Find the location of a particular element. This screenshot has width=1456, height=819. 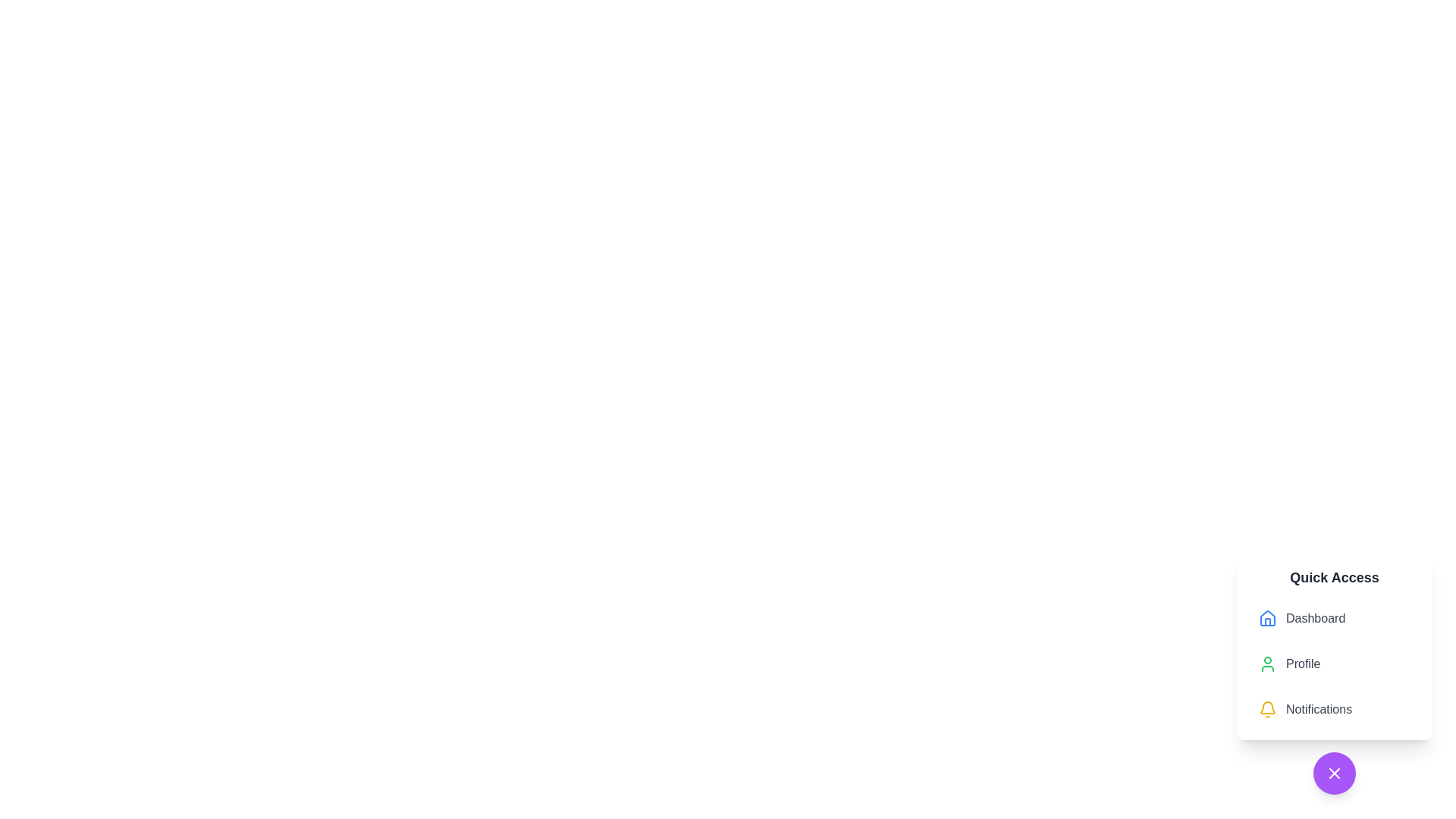

the green-stroke SVG icon of a user silhouette located to the left of the 'Profile' label in the 'Quick Access' vertical menu is located at coordinates (1267, 663).